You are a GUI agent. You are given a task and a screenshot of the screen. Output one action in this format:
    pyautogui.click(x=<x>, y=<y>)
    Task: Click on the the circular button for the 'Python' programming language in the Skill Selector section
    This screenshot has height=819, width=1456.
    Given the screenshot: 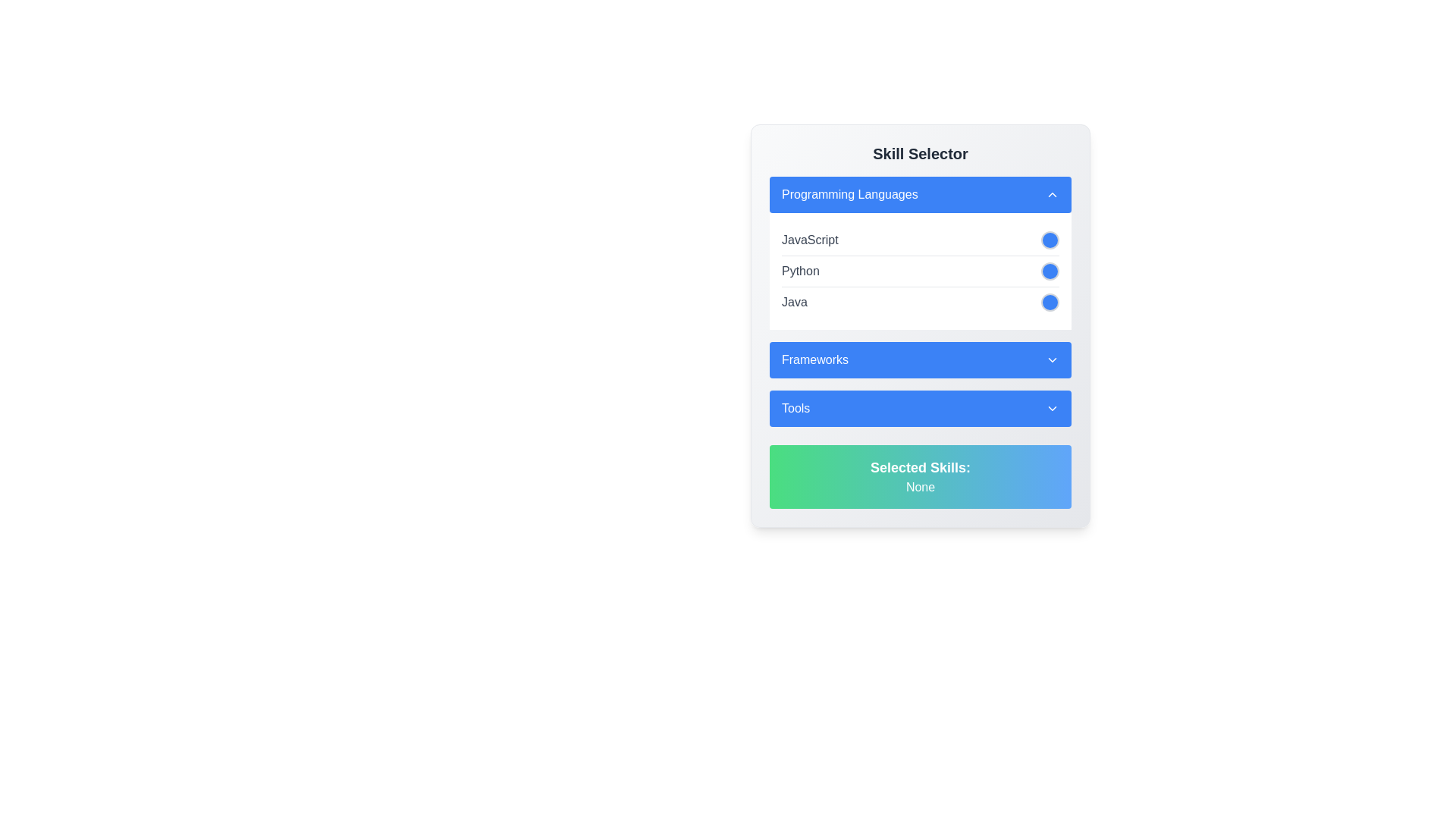 What is the action you would take?
    pyautogui.click(x=1050, y=271)
    